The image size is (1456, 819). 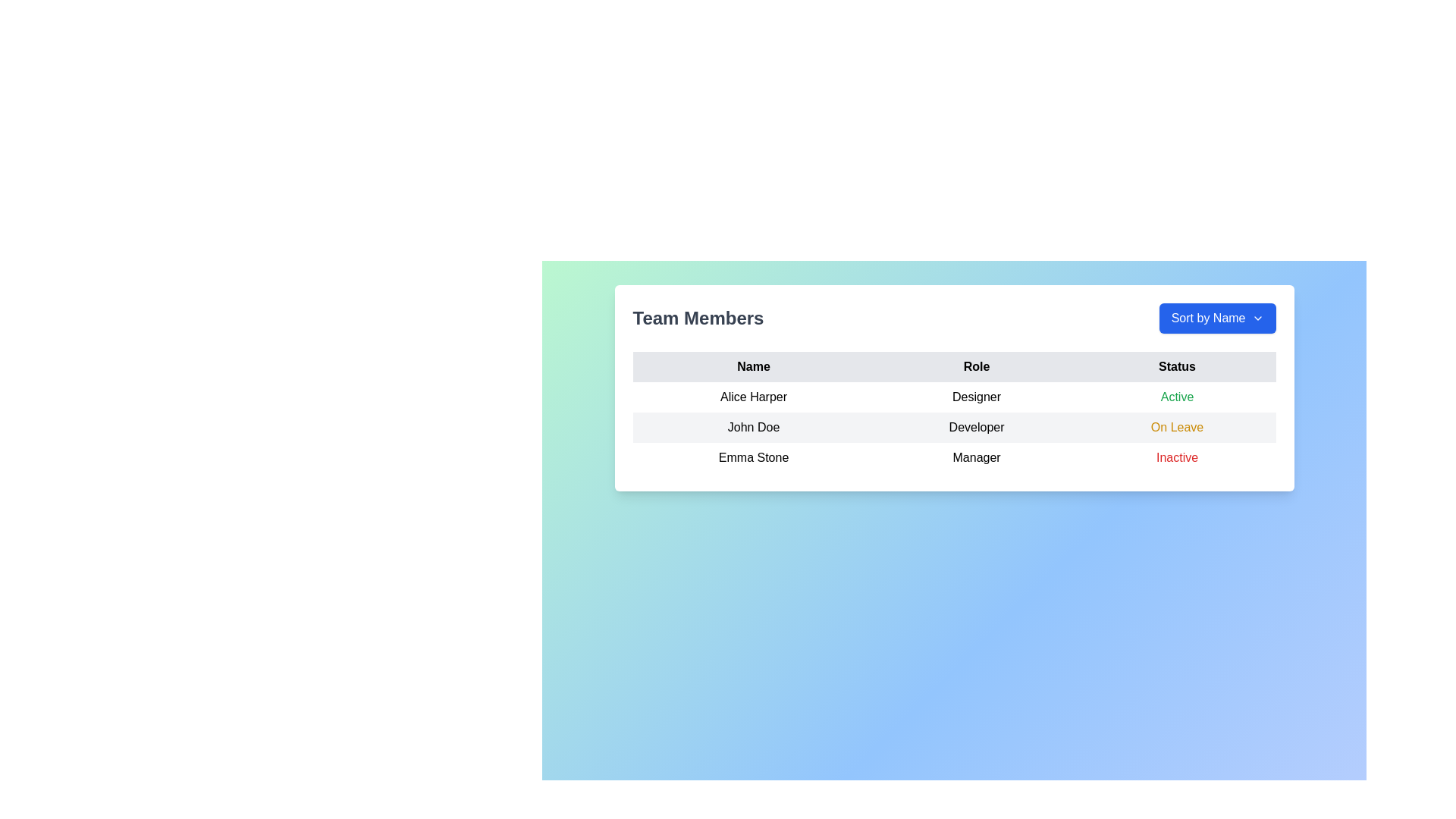 I want to click on the 'Name' column header in the 'Team Members' data table, which is the left-most header among three, labeled as 'Name', 'Role', and 'Status', so click(x=753, y=366).